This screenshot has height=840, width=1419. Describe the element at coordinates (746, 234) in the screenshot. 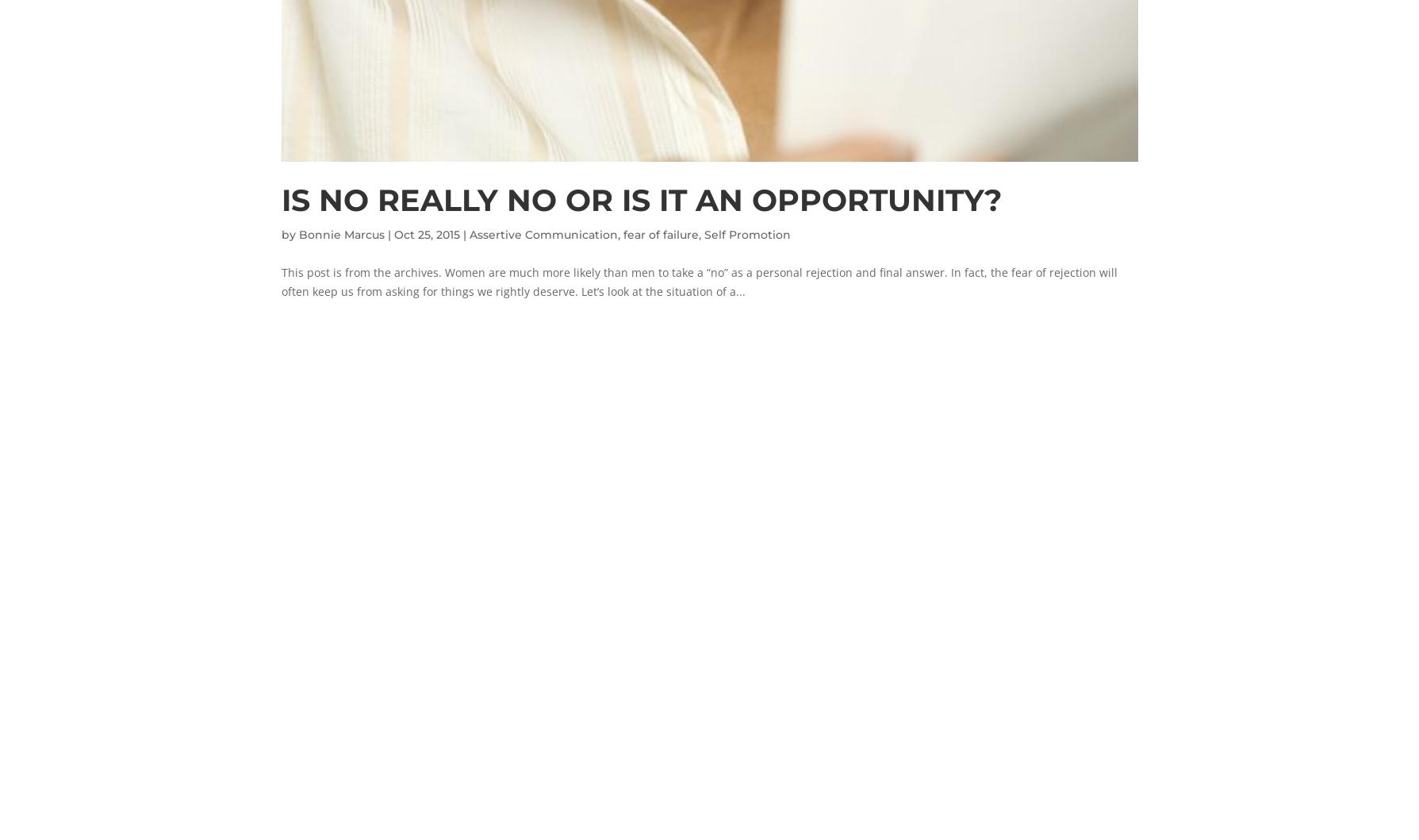

I see `'Self Promotion'` at that location.